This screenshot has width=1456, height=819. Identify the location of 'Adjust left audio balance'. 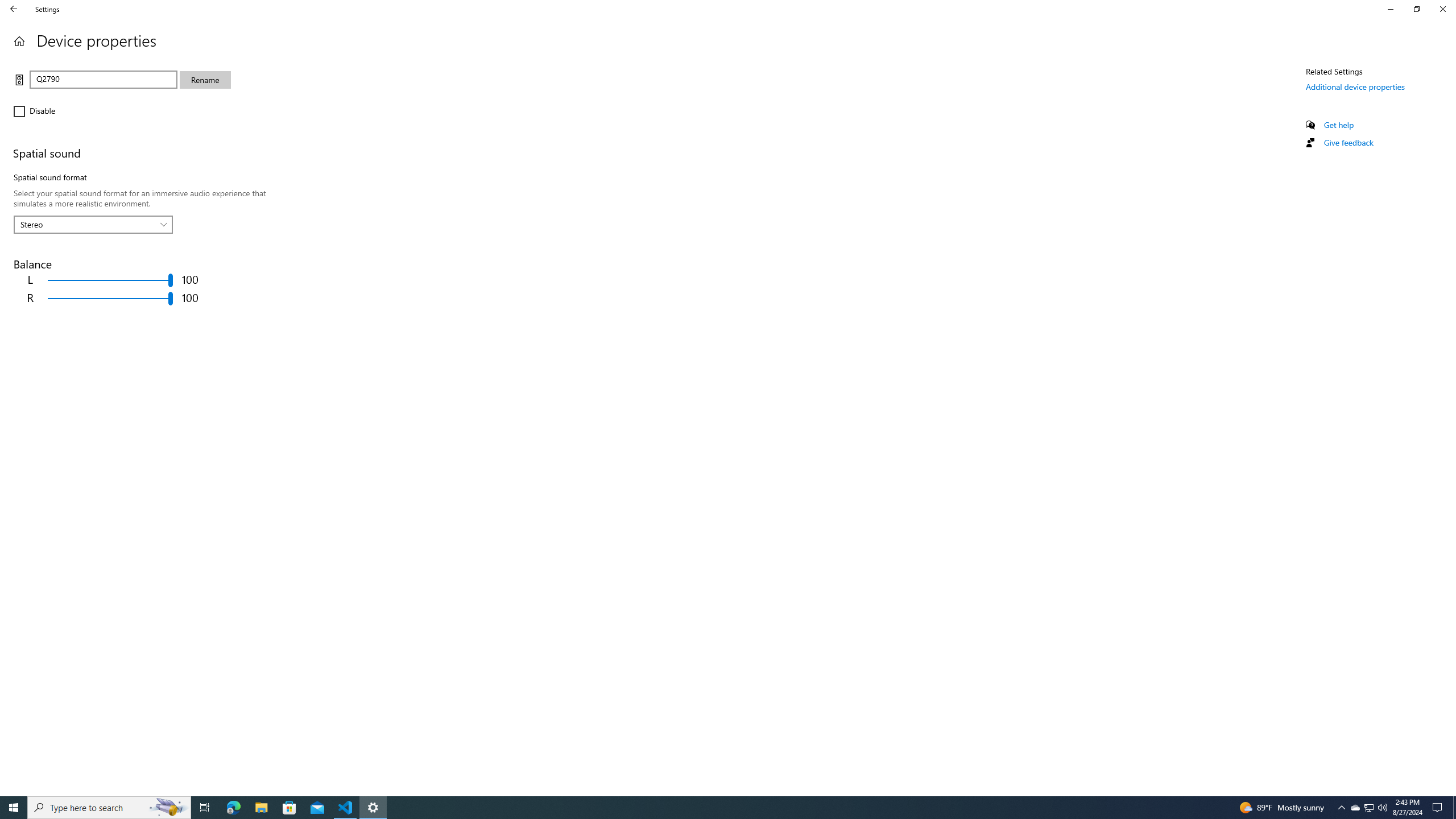
(110, 279).